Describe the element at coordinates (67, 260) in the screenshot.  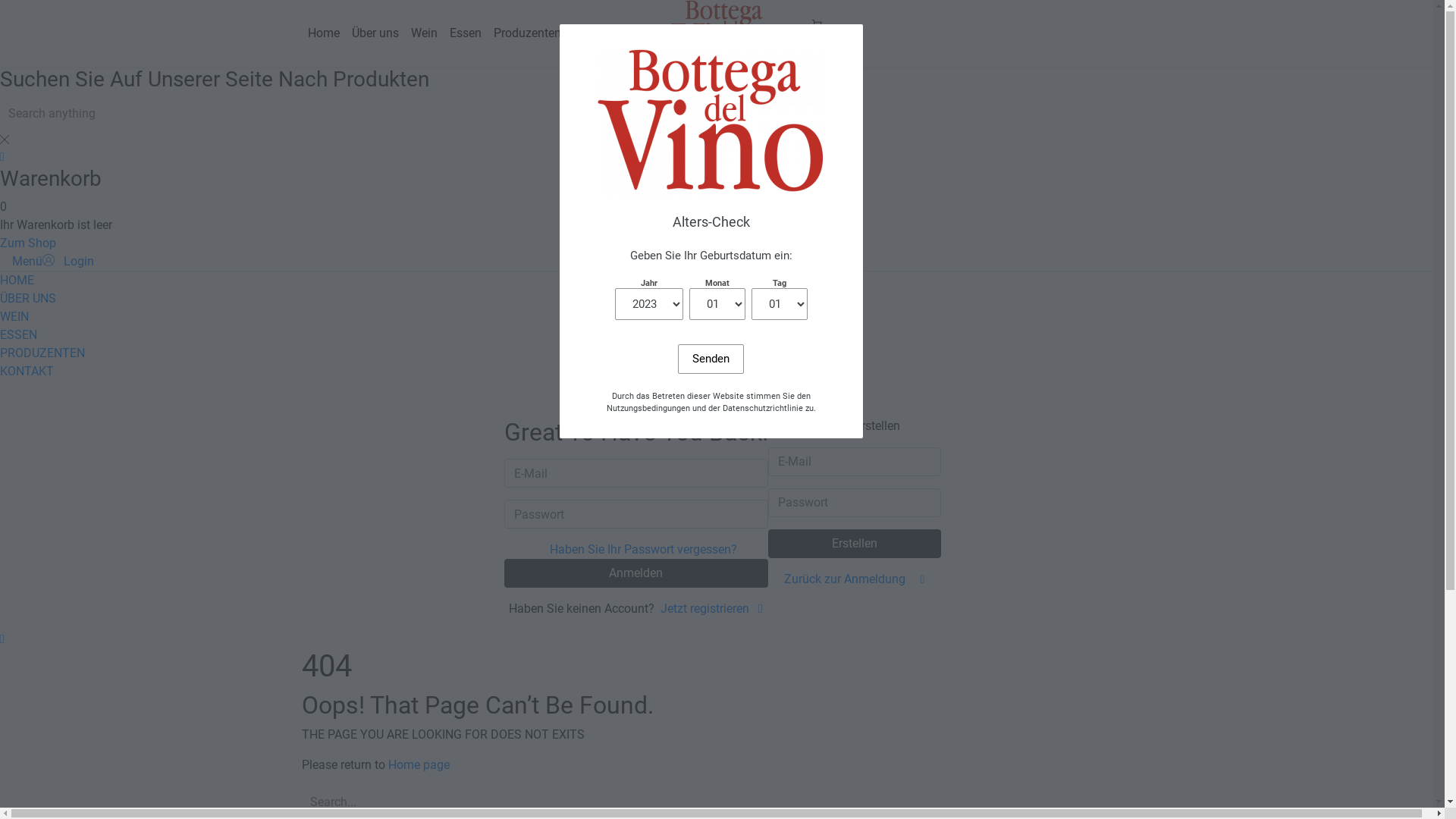
I see `'Login'` at that location.